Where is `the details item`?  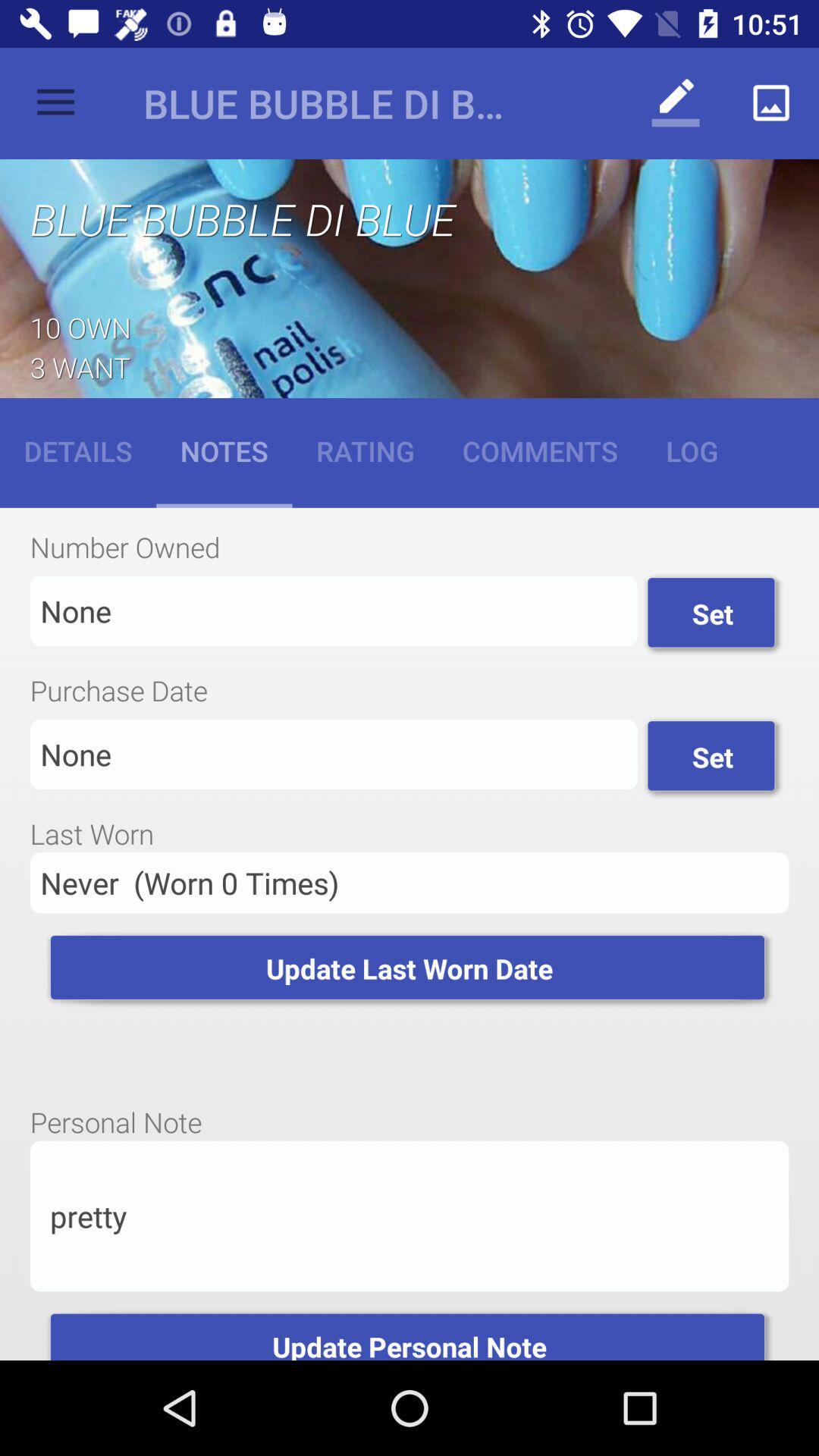 the details item is located at coordinates (78, 450).